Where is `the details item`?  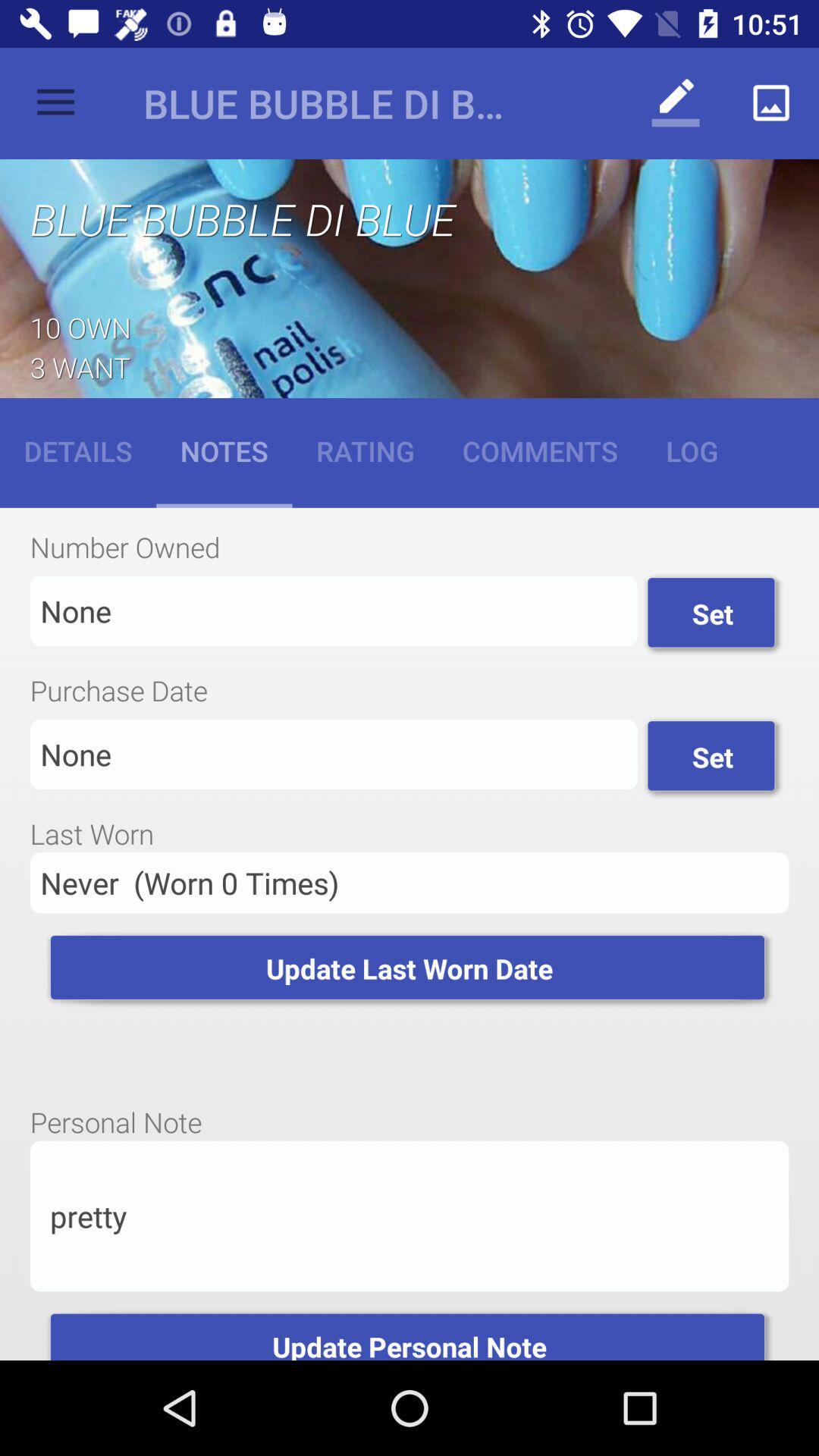 the details item is located at coordinates (78, 450).